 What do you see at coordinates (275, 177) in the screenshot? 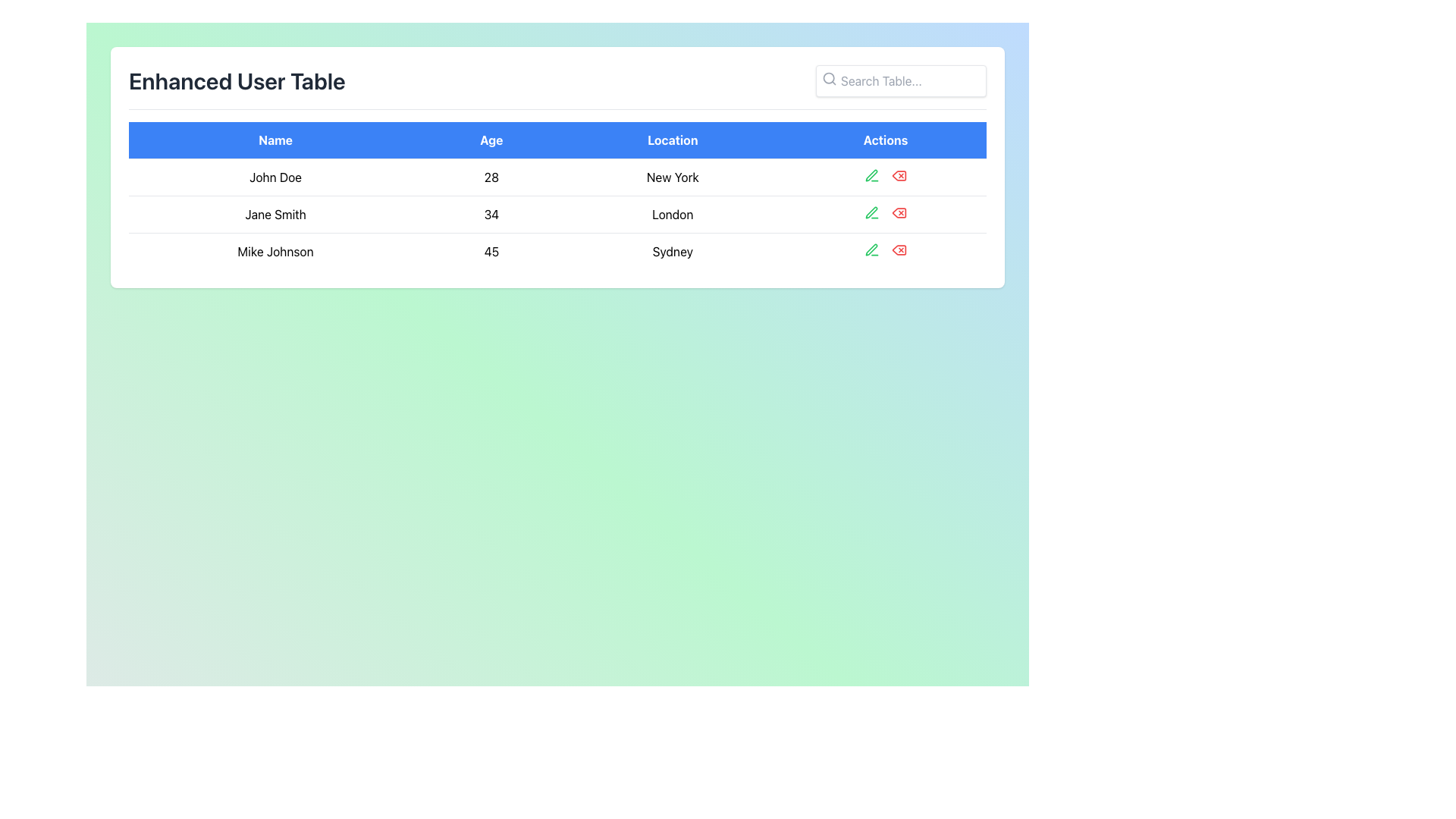
I see `the text label displaying 'John Doe', which is the first column entry in the table's first data row, positioned to the left of other elements like '28' and 'New York'` at bounding box center [275, 177].